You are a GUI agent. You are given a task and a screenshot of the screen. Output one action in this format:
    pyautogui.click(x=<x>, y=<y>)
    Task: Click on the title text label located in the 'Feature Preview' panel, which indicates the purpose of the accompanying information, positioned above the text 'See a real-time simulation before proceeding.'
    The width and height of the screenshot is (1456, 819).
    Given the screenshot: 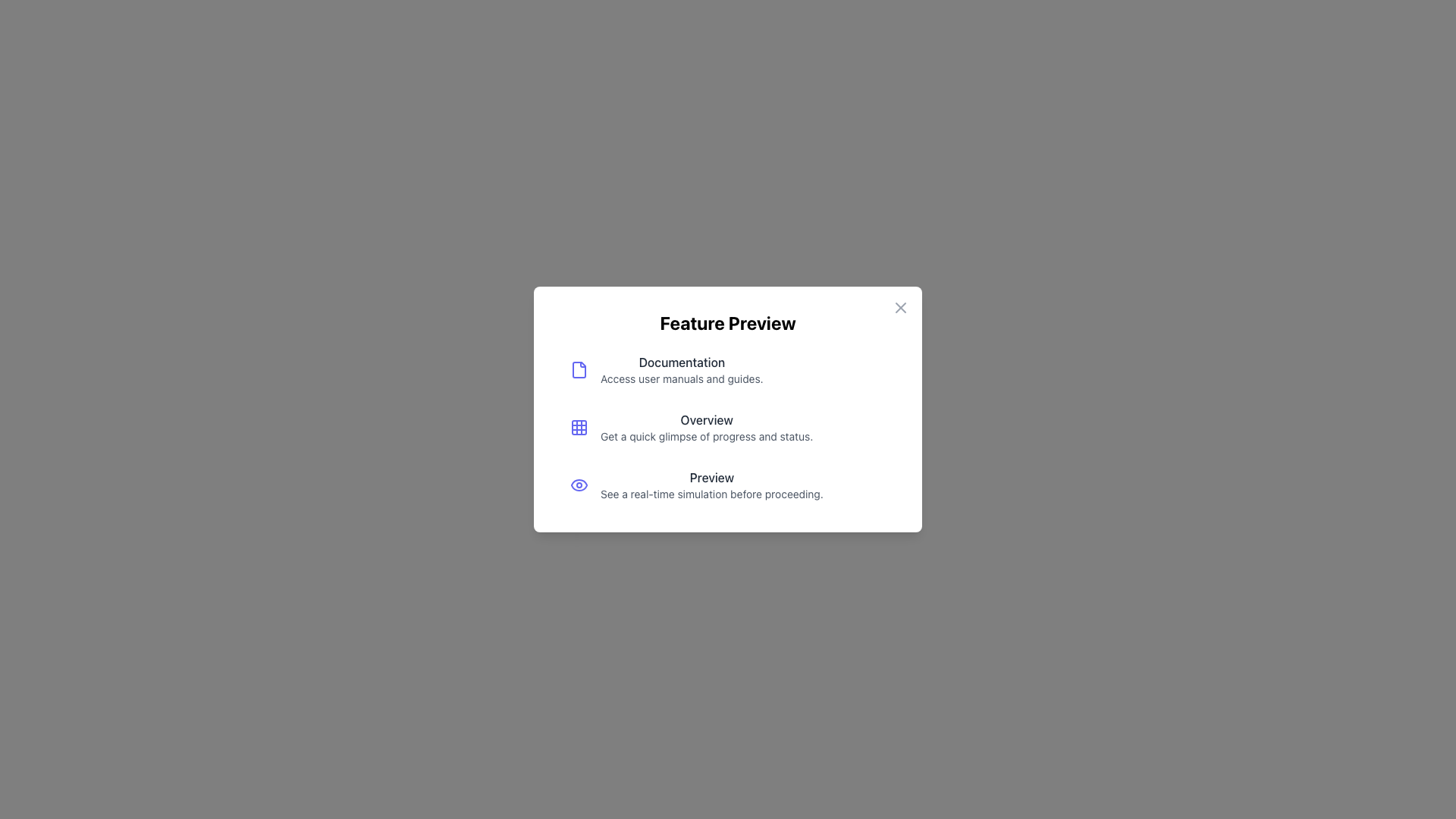 What is the action you would take?
    pyautogui.click(x=711, y=476)
    